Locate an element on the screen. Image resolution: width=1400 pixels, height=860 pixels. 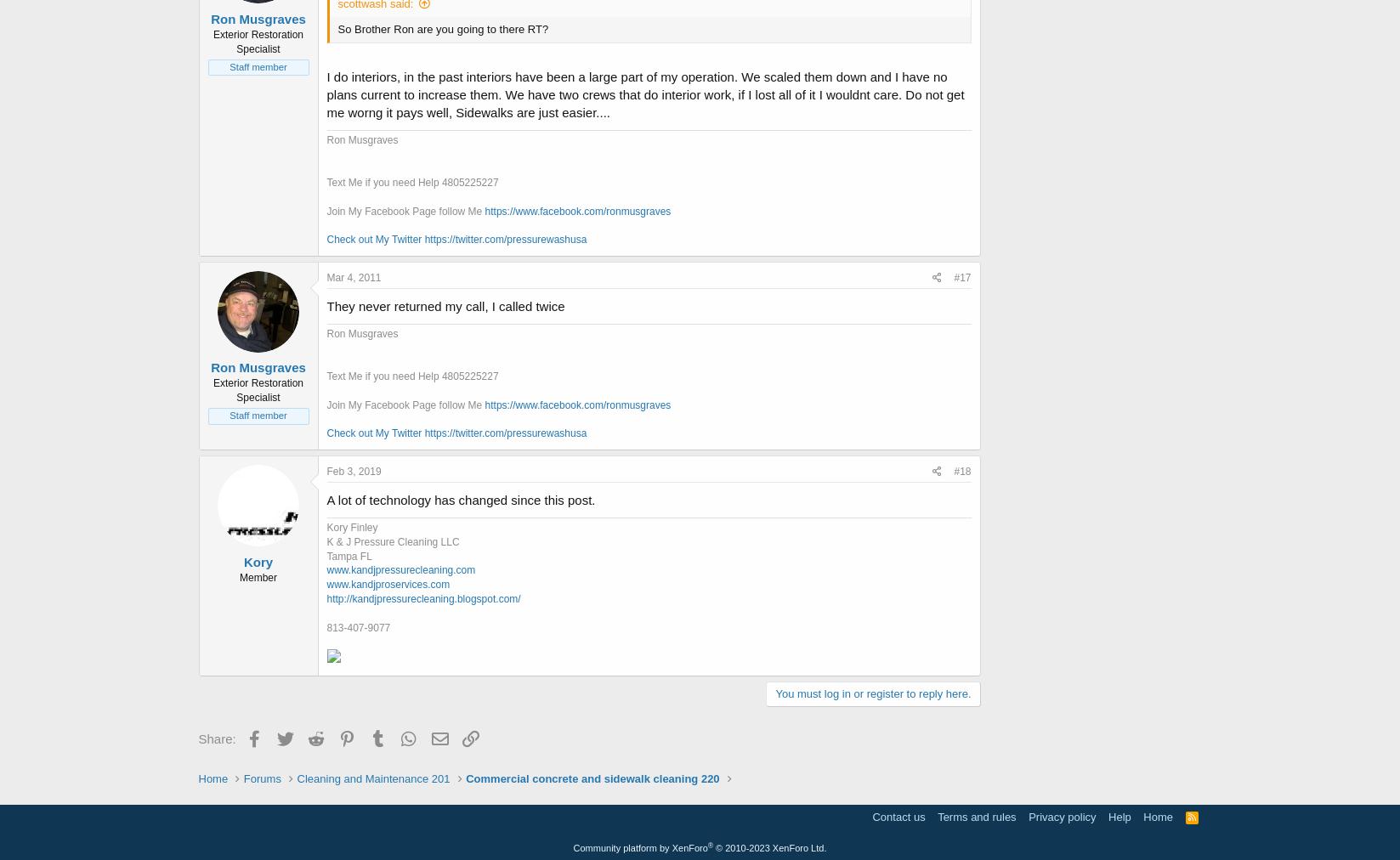
'#18' is located at coordinates (961, 470).